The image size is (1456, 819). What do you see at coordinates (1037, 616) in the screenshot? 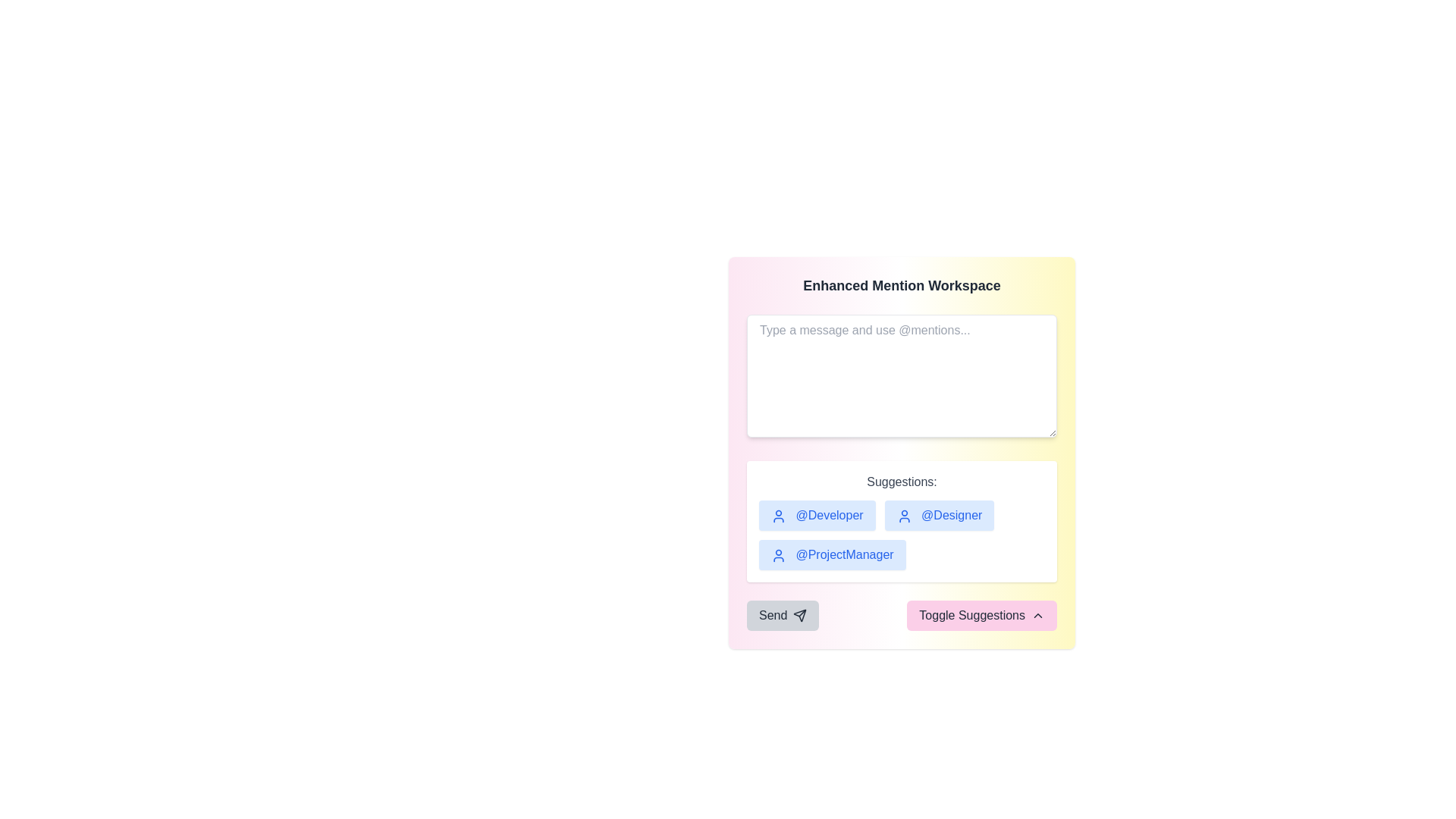
I see `the chevron icon located at the right-hand side of the 'Toggle Suggestions' button to indicate that it can be clicked to expand or collapse the section` at bounding box center [1037, 616].